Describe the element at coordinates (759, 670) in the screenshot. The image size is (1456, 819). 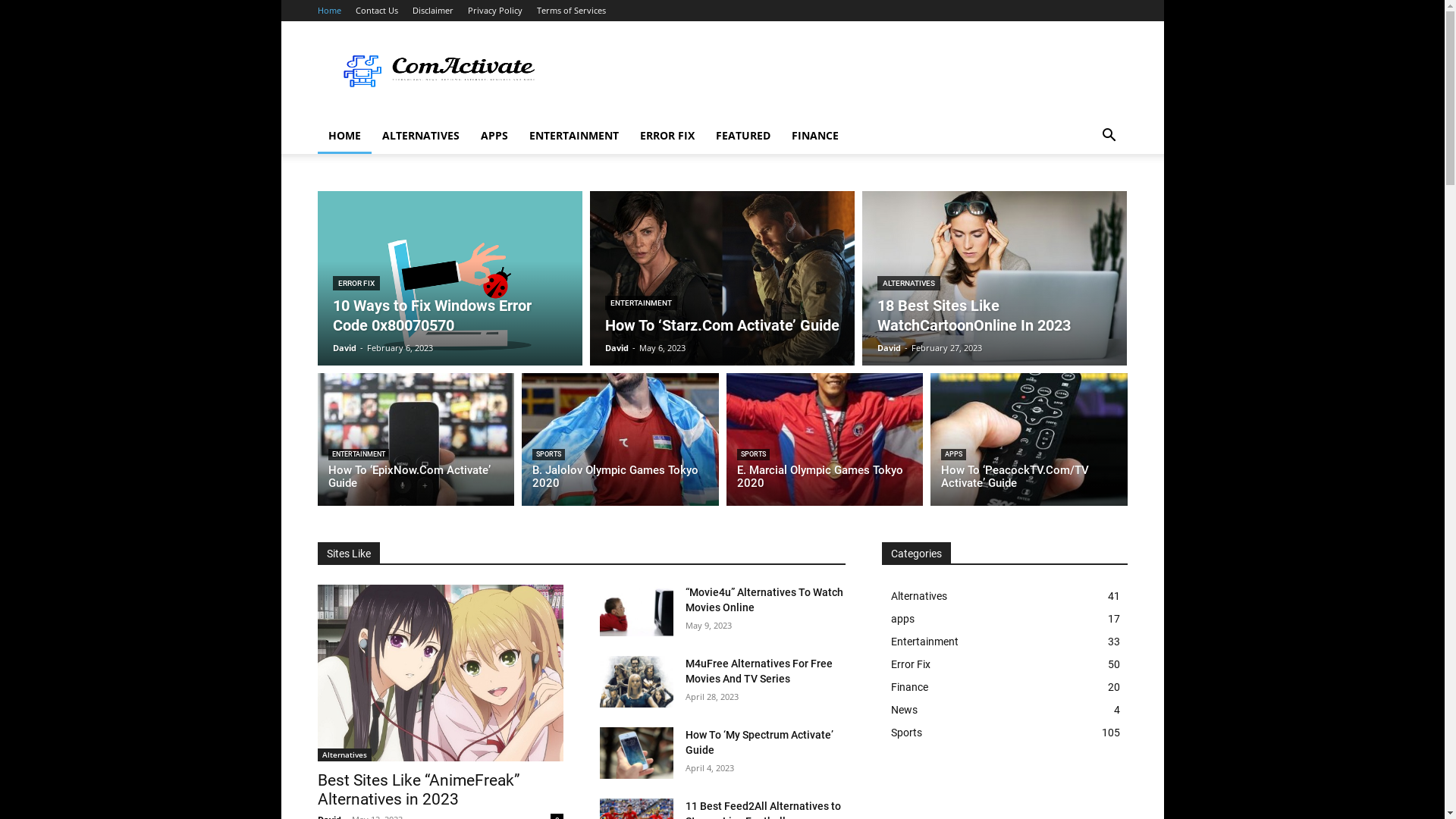
I see `'M4uFree Alternatives For Free Movies And TV Series'` at that location.